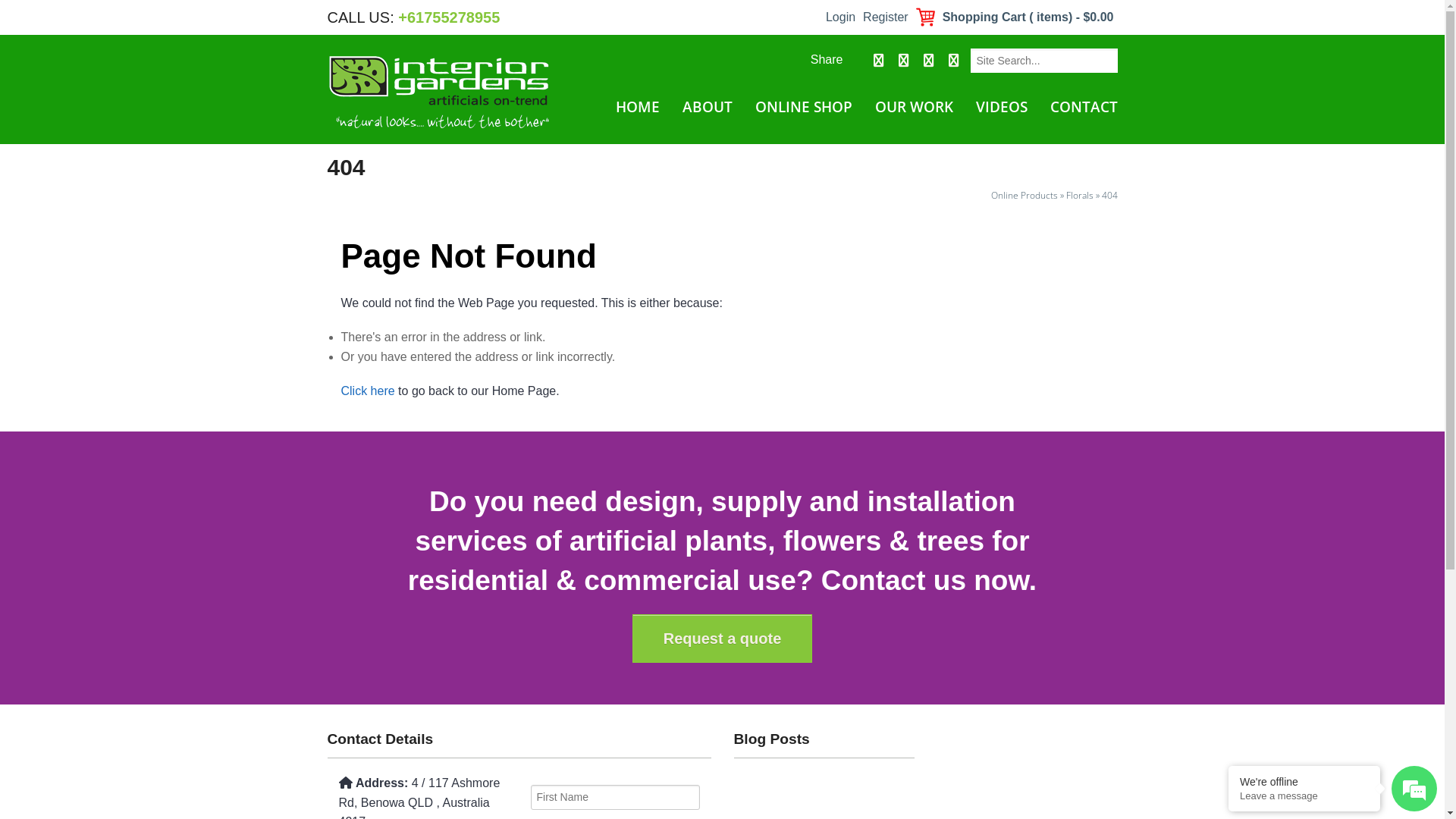 Image resolution: width=1456 pixels, height=819 pixels. Describe the element at coordinates (1081, 106) in the screenshot. I see `'CONTACT'` at that location.